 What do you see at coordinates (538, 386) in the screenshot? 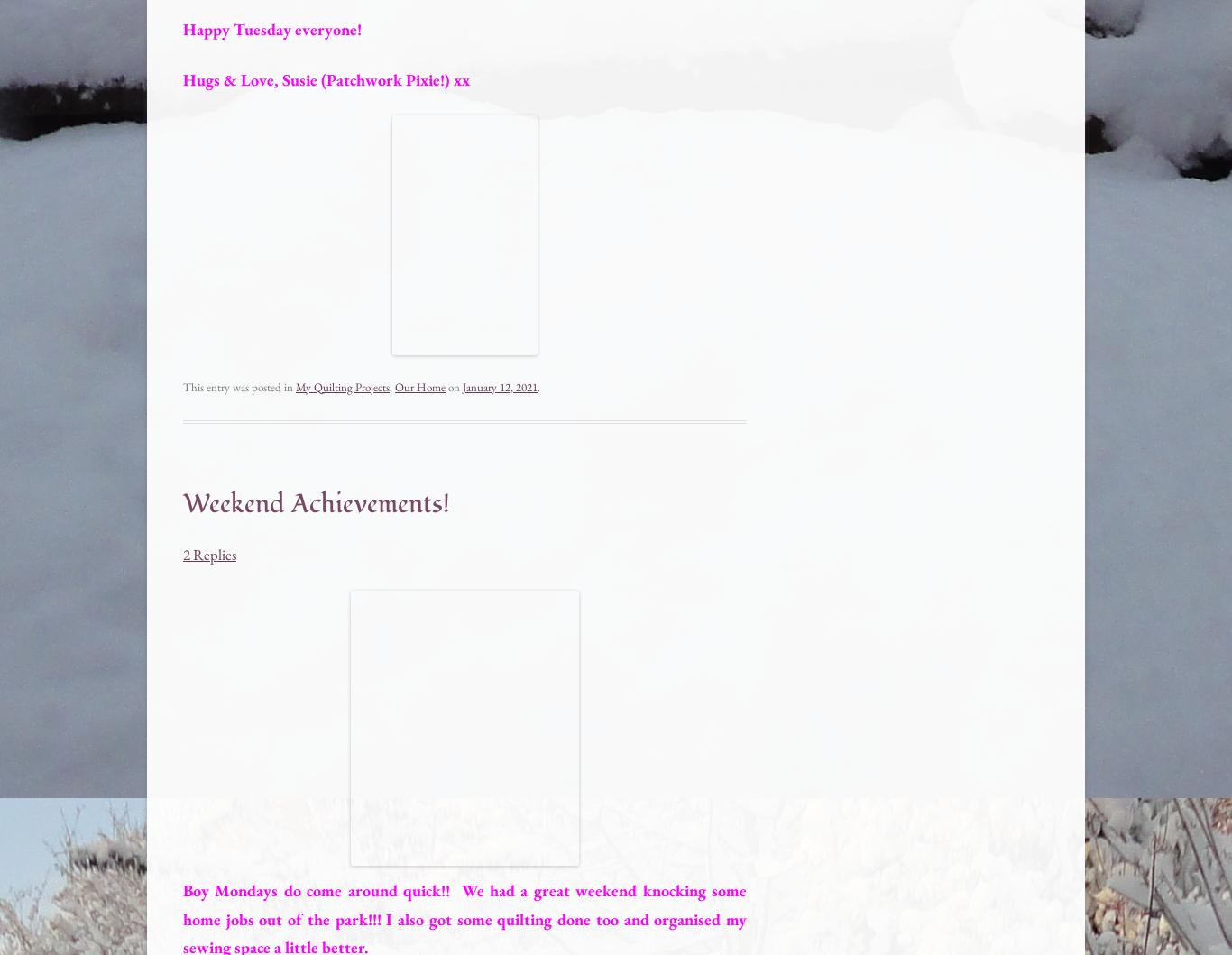
I see `'.'` at bounding box center [538, 386].